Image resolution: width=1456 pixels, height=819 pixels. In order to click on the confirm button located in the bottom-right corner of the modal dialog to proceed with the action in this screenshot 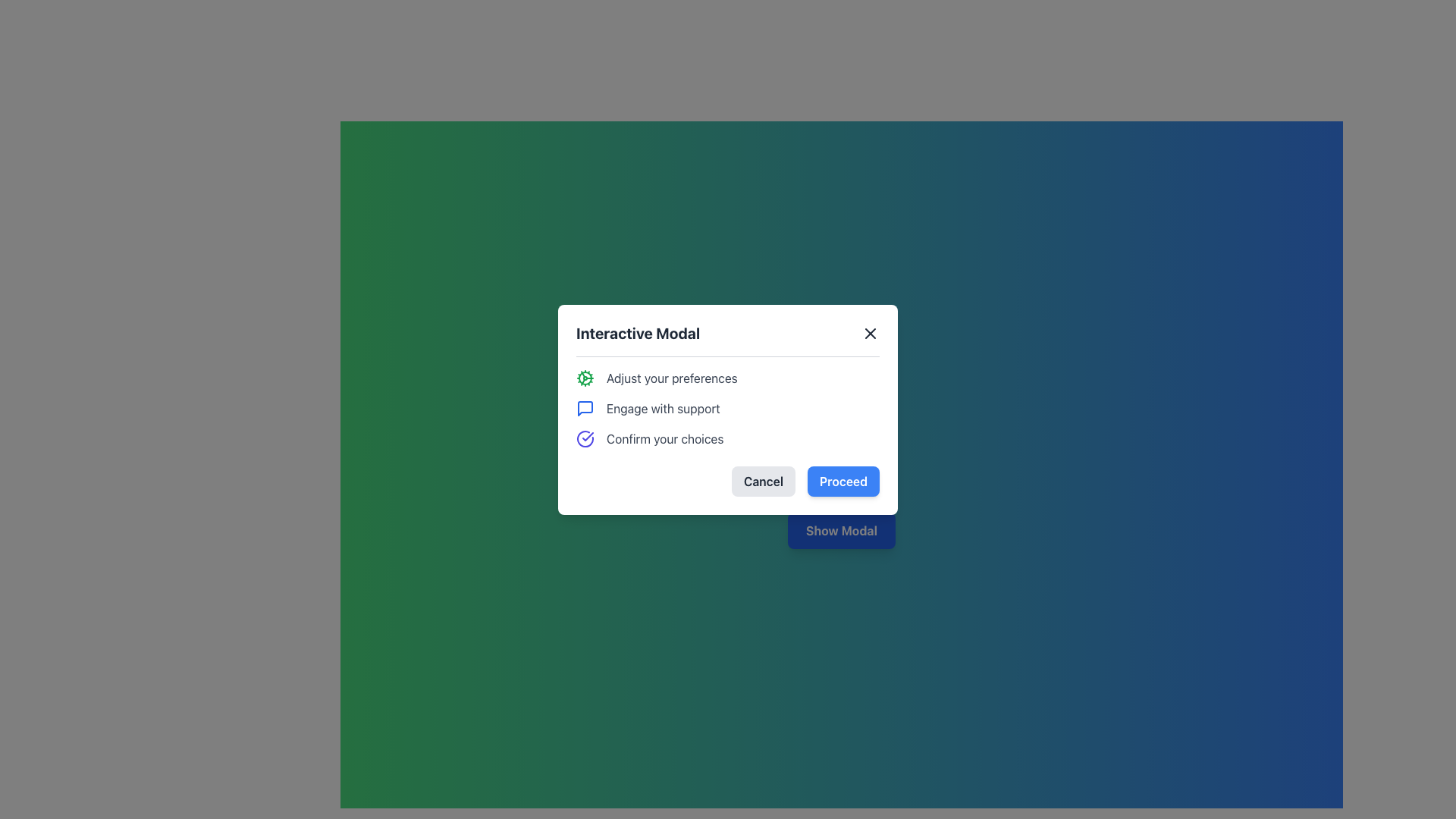, I will do `click(843, 481)`.